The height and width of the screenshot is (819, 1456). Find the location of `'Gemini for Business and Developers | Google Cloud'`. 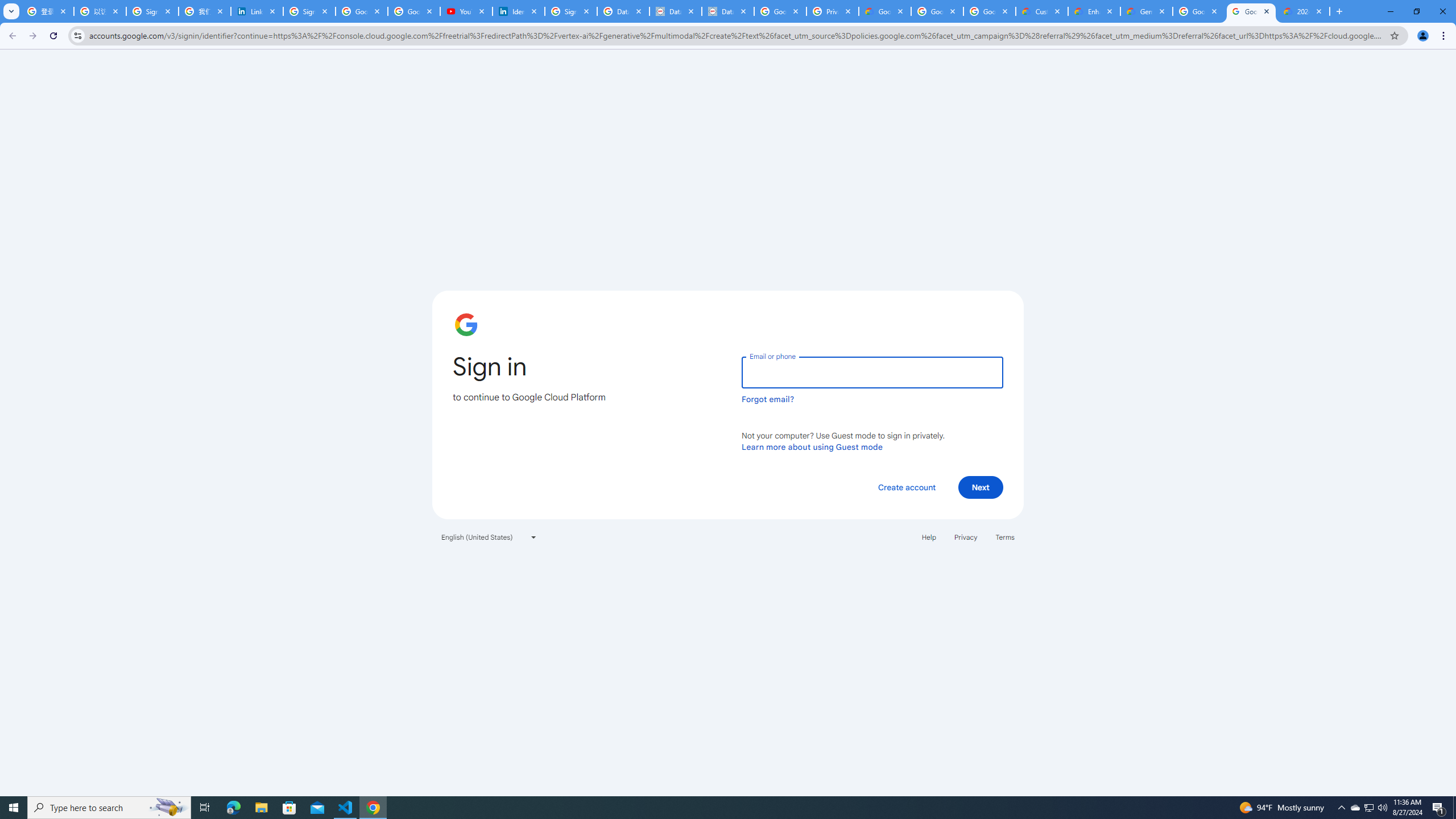

'Gemini for Business and Developers | Google Cloud' is located at coordinates (1146, 11).